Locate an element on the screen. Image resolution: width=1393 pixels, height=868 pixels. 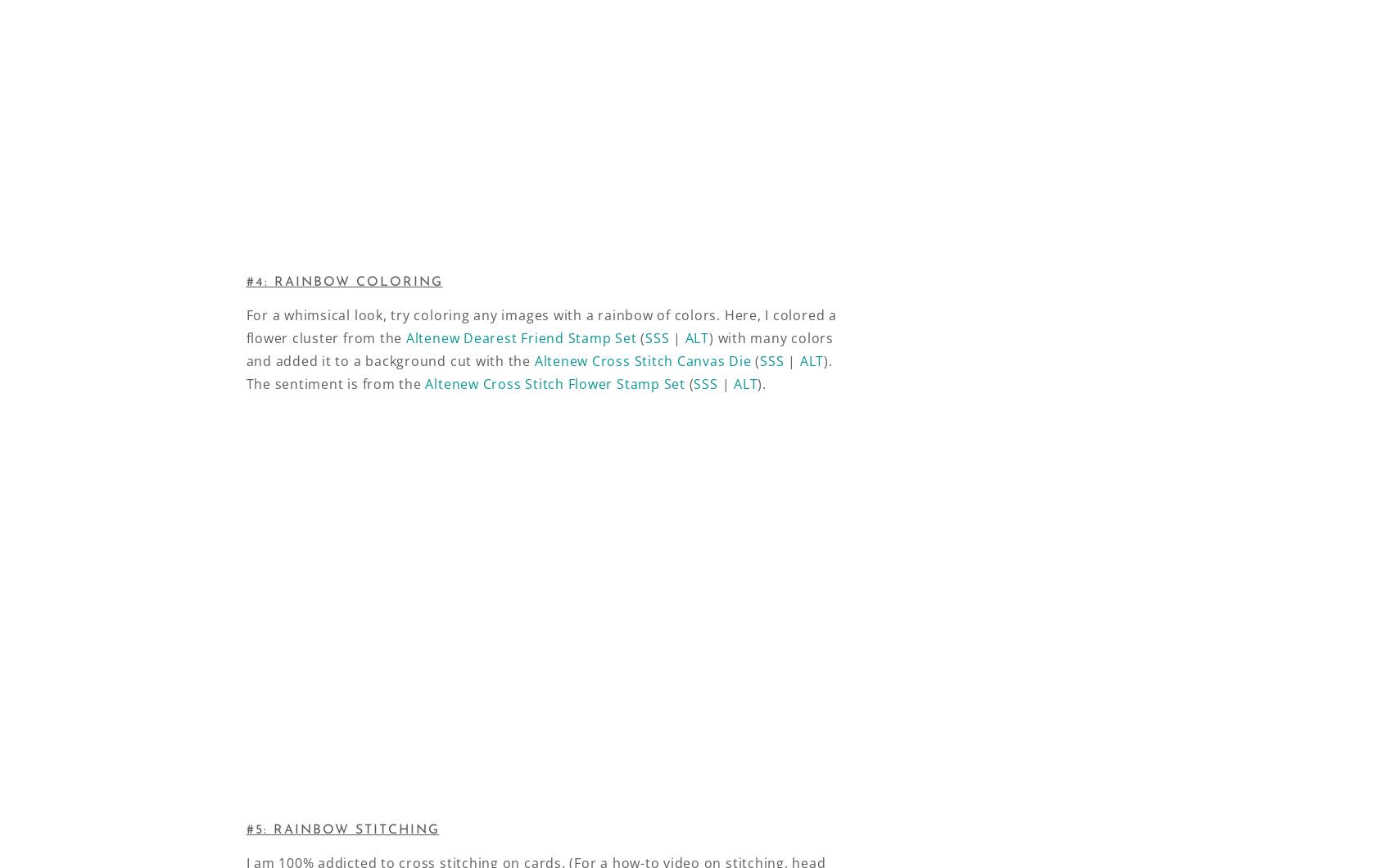
'Altenew Cross Stitch Canvas Die' is located at coordinates (642, 359).